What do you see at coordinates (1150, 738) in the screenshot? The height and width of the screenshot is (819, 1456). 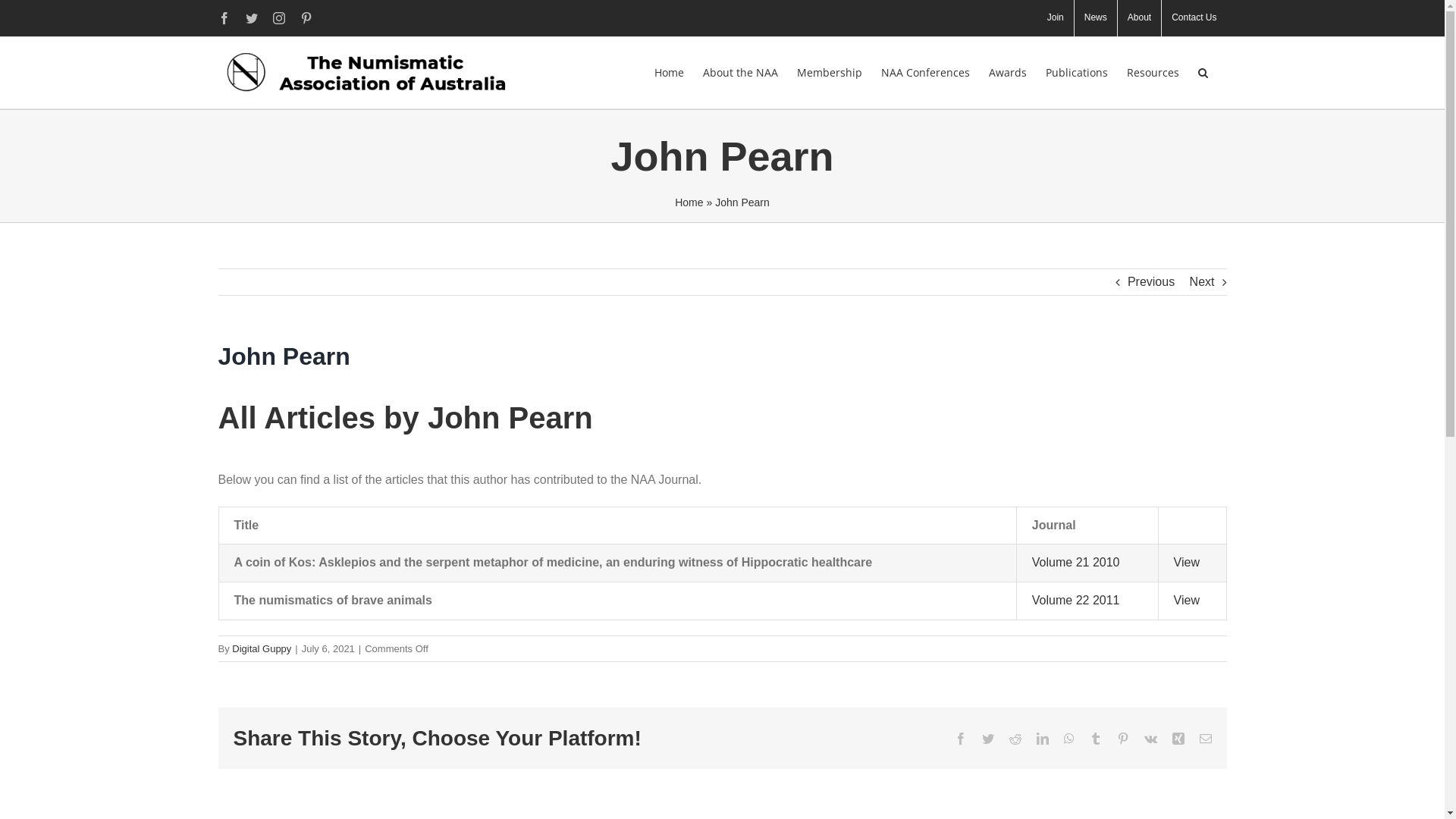 I see `'Vk'` at bounding box center [1150, 738].